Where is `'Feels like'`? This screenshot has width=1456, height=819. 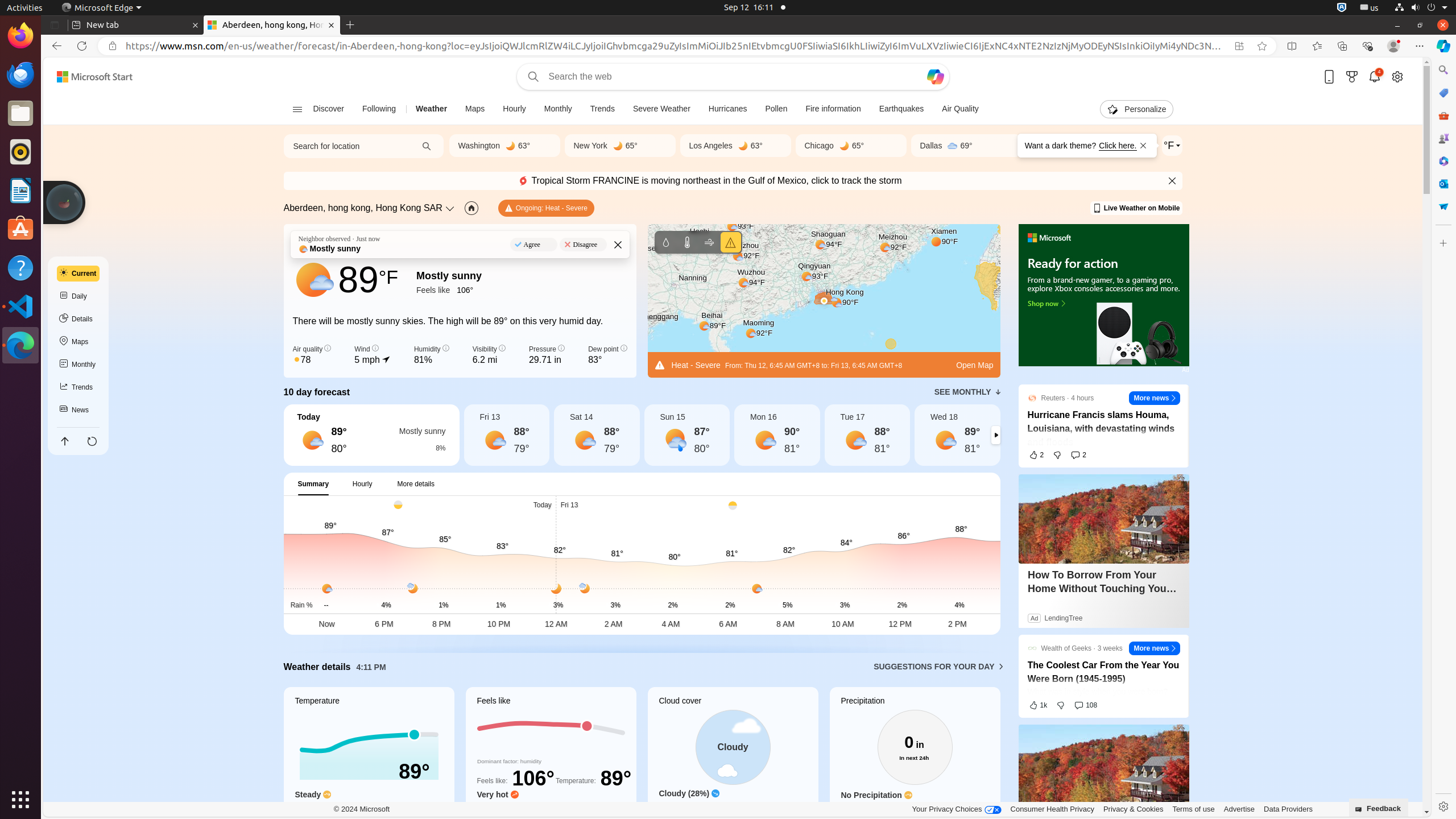
'Feels like' is located at coordinates (550, 758).